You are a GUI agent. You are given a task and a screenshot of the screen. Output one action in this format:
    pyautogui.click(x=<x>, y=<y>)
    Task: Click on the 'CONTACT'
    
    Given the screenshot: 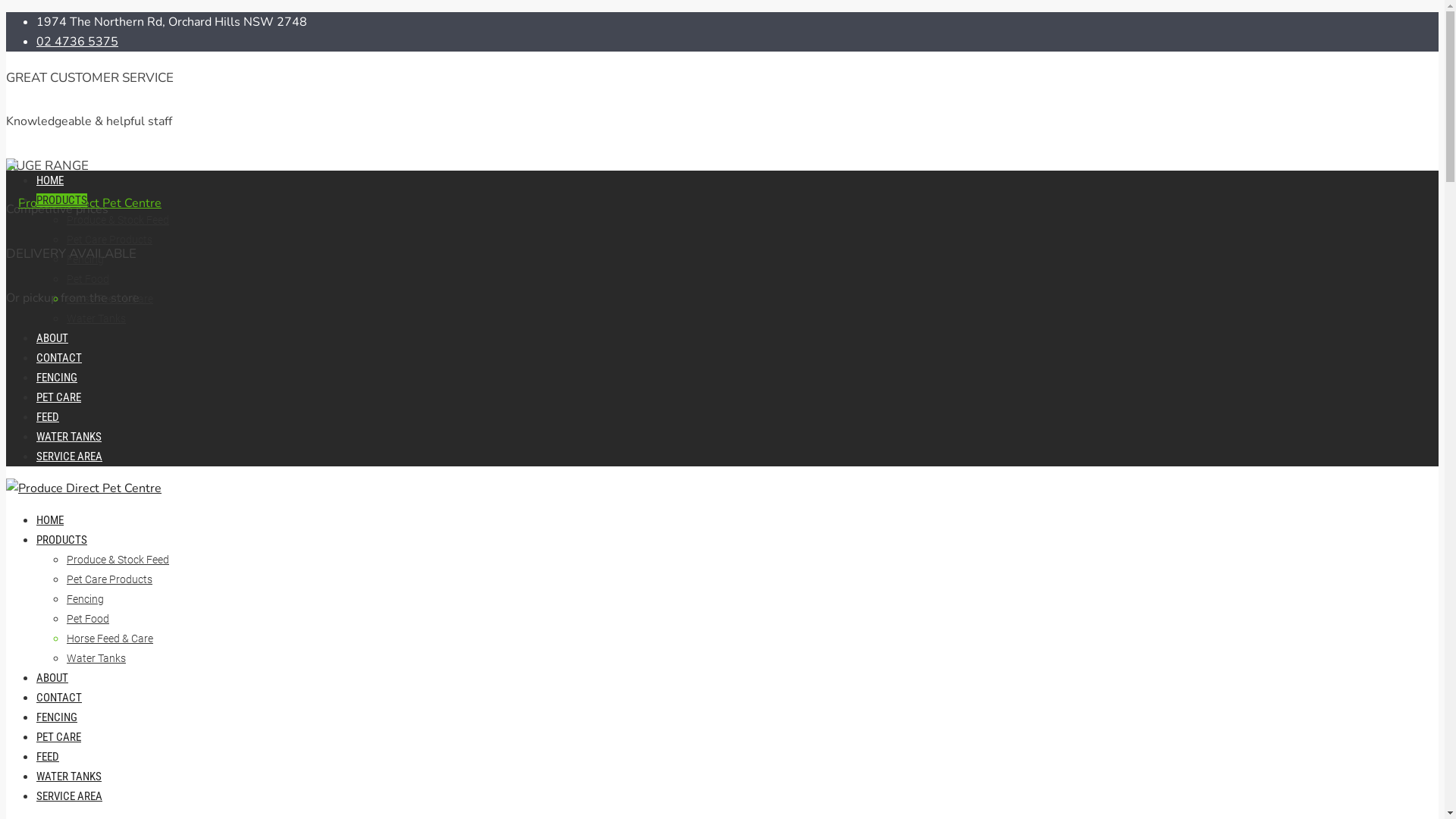 What is the action you would take?
    pyautogui.click(x=58, y=698)
    